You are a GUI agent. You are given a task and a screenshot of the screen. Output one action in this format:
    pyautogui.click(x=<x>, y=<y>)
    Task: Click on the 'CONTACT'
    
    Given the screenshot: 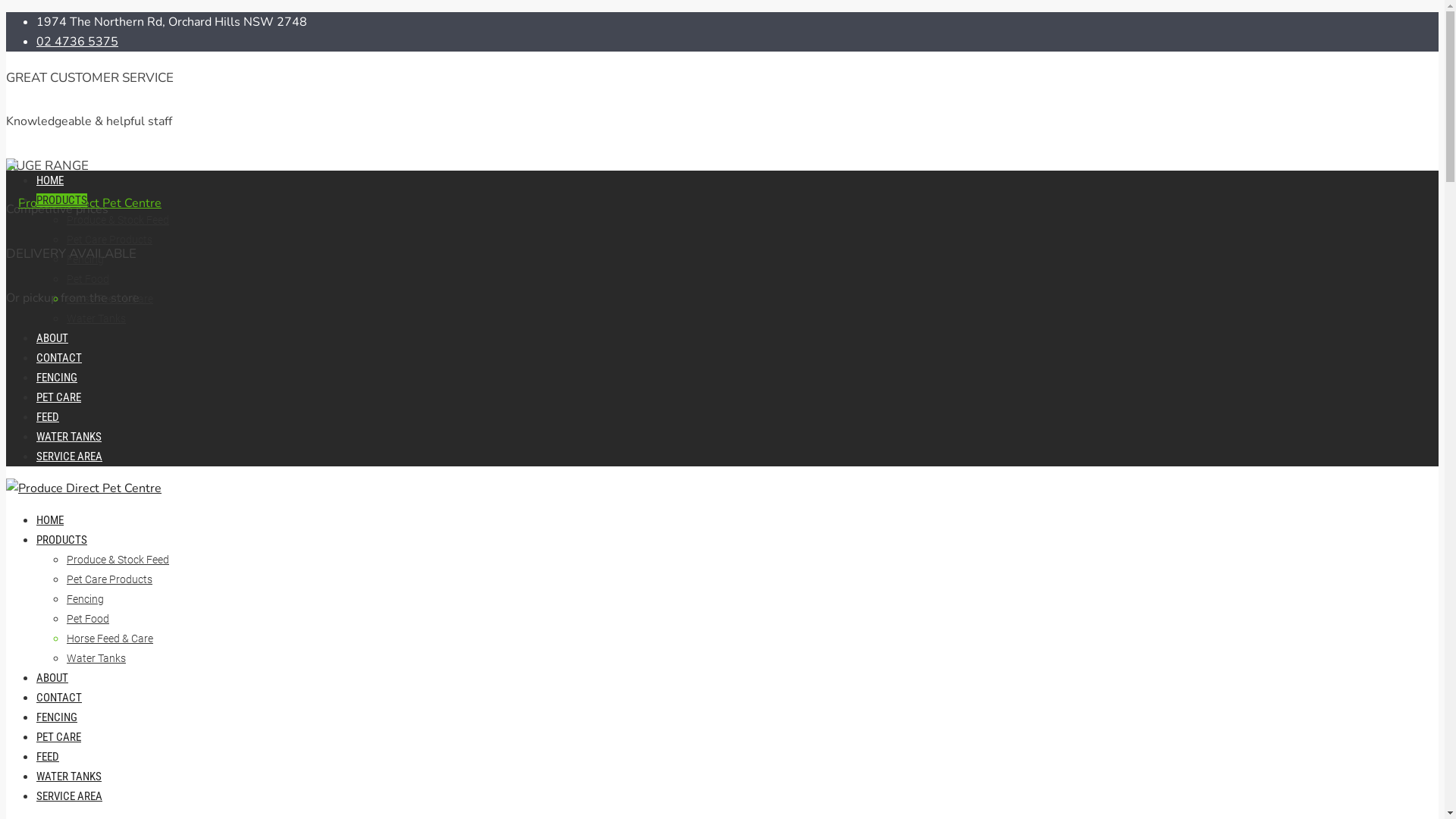 What is the action you would take?
    pyautogui.click(x=58, y=698)
    